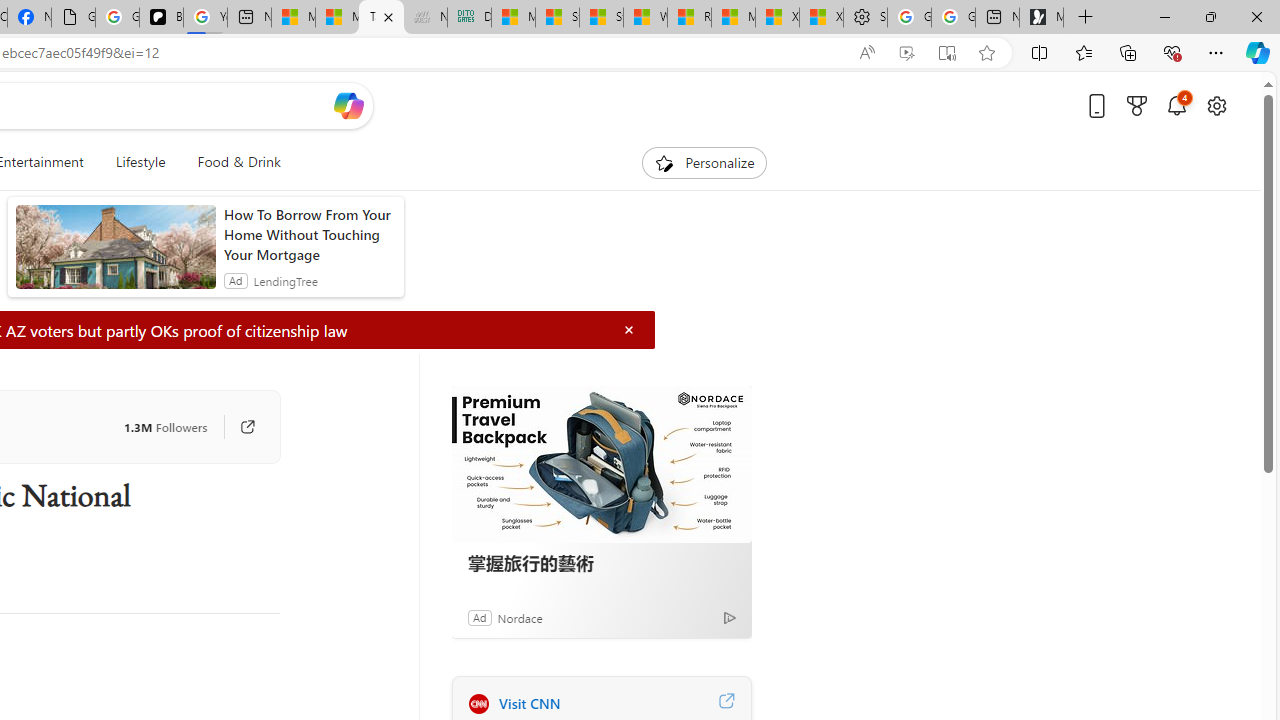  Describe the element at coordinates (239, 162) in the screenshot. I see `'Food & Drink'` at that location.